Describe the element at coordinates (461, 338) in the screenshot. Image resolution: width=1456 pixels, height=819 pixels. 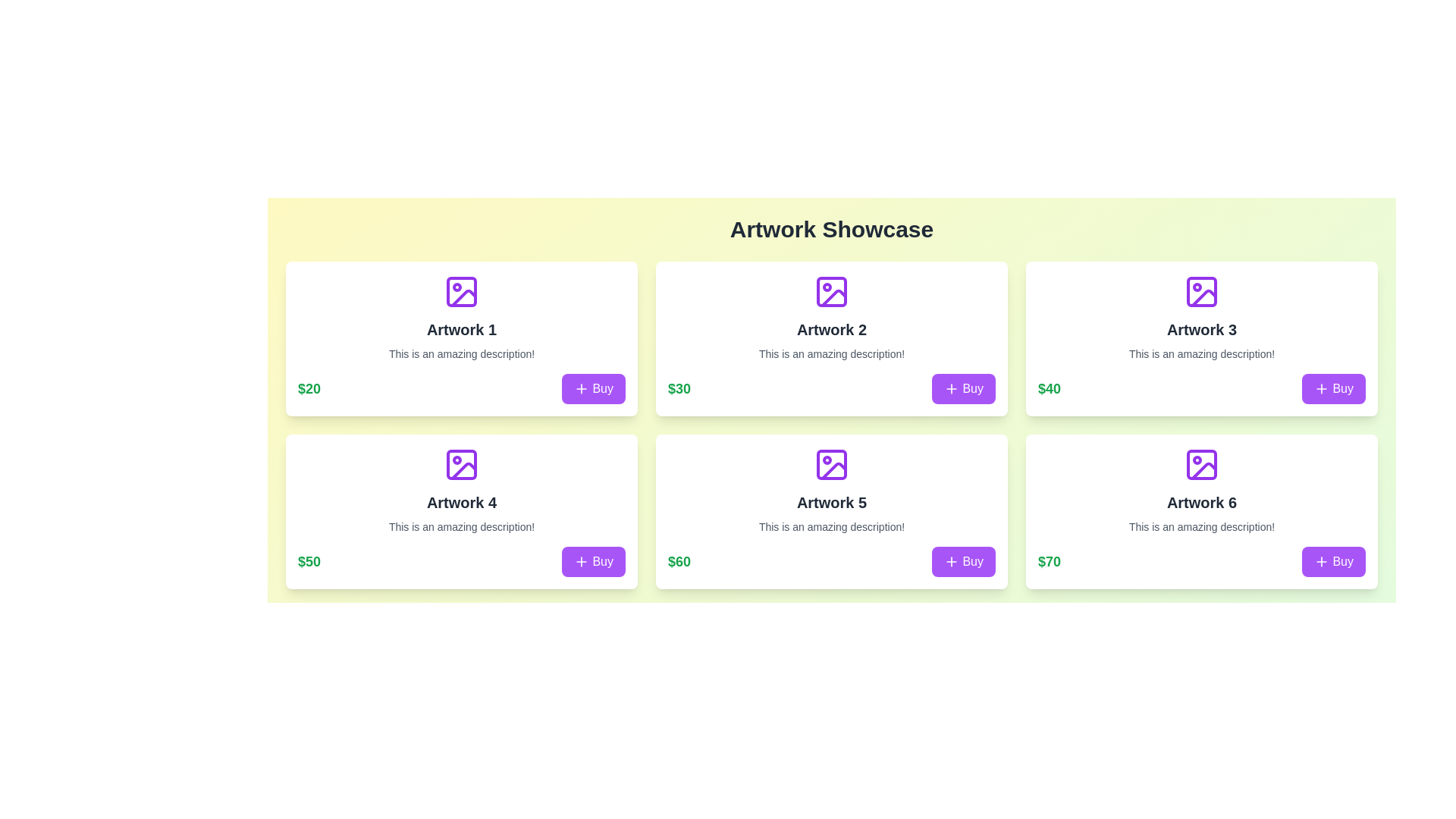
I see `the Card component displaying product information, located at the top-left corner of the grid layout` at that location.